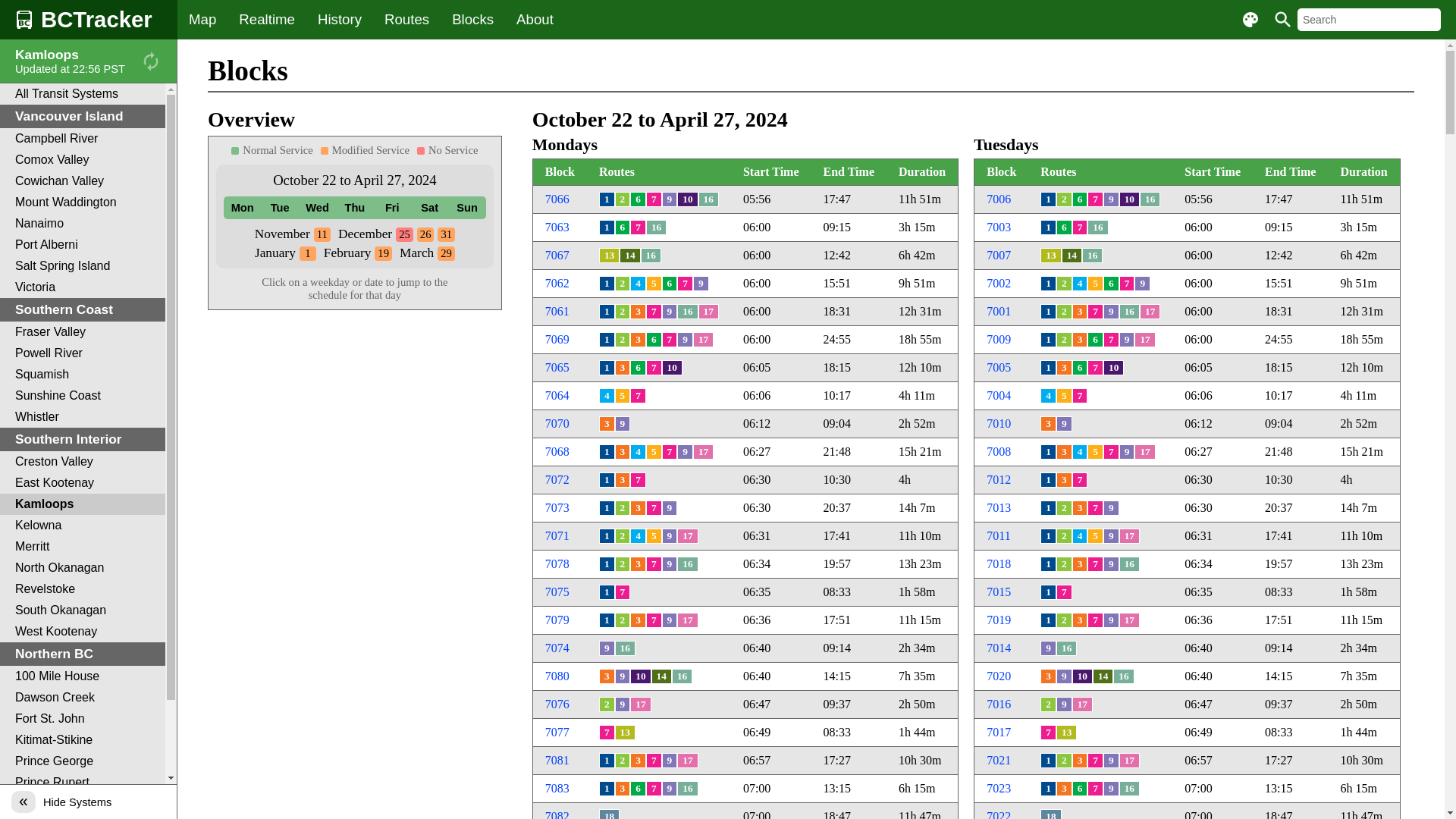  I want to click on '7', so click(654, 760).